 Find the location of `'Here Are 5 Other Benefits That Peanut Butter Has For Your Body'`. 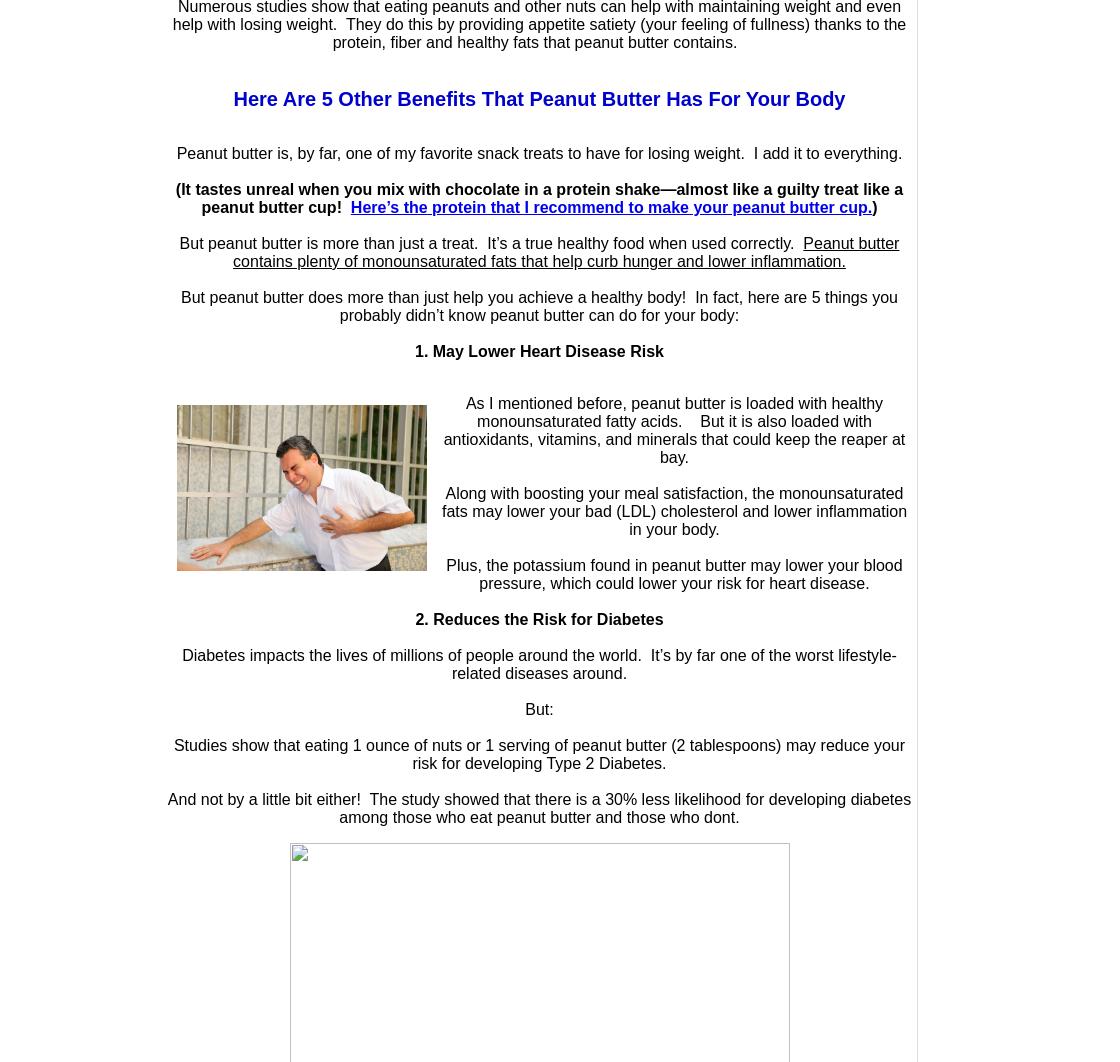

'Here Are 5 Other Benefits That Peanut Butter Has For Your Body' is located at coordinates (539, 98).